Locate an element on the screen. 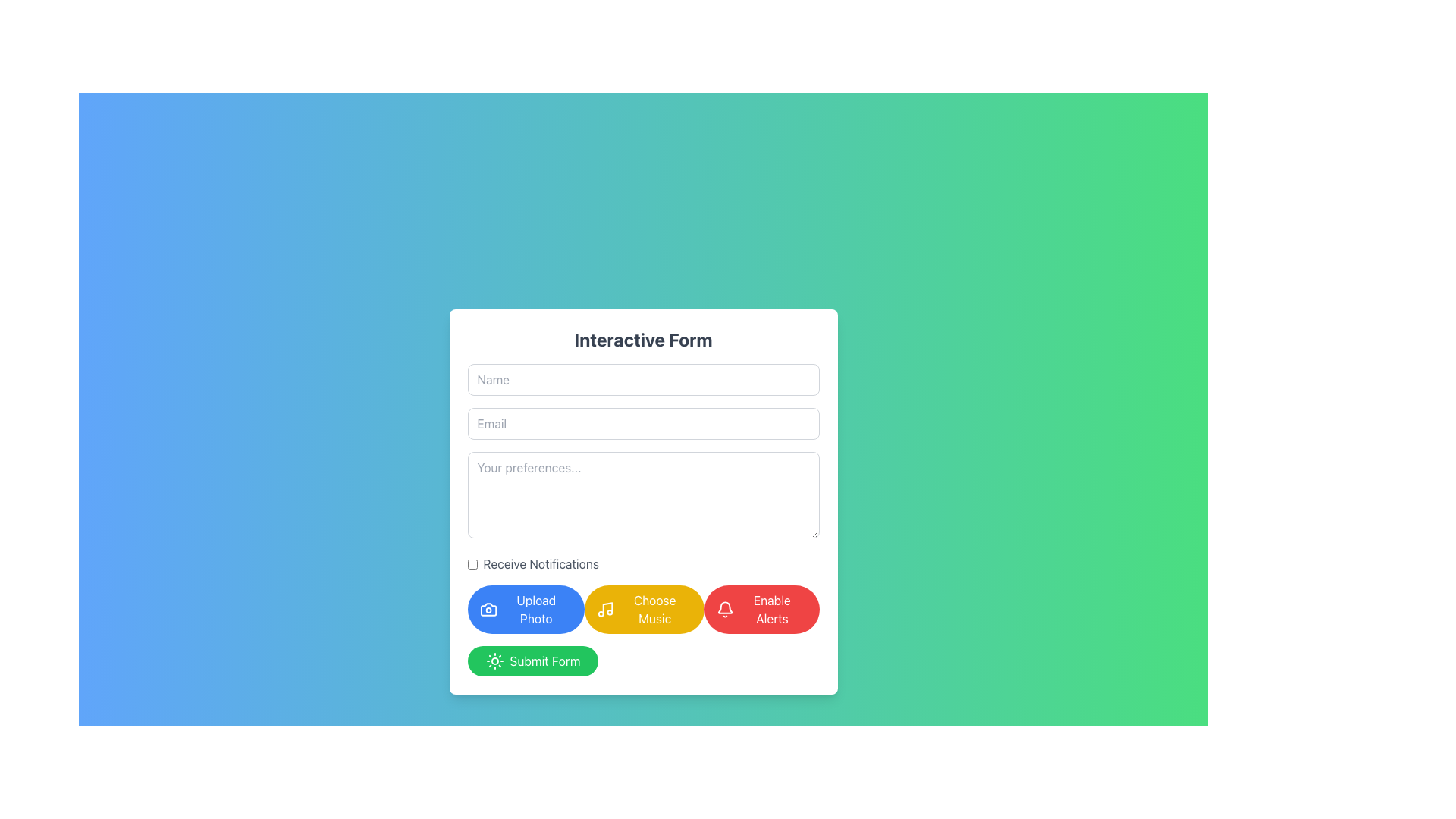 This screenshot has width=1456, height=819. the green 'Submit Form' button with a sun icon is located at coordinates (532, 660).